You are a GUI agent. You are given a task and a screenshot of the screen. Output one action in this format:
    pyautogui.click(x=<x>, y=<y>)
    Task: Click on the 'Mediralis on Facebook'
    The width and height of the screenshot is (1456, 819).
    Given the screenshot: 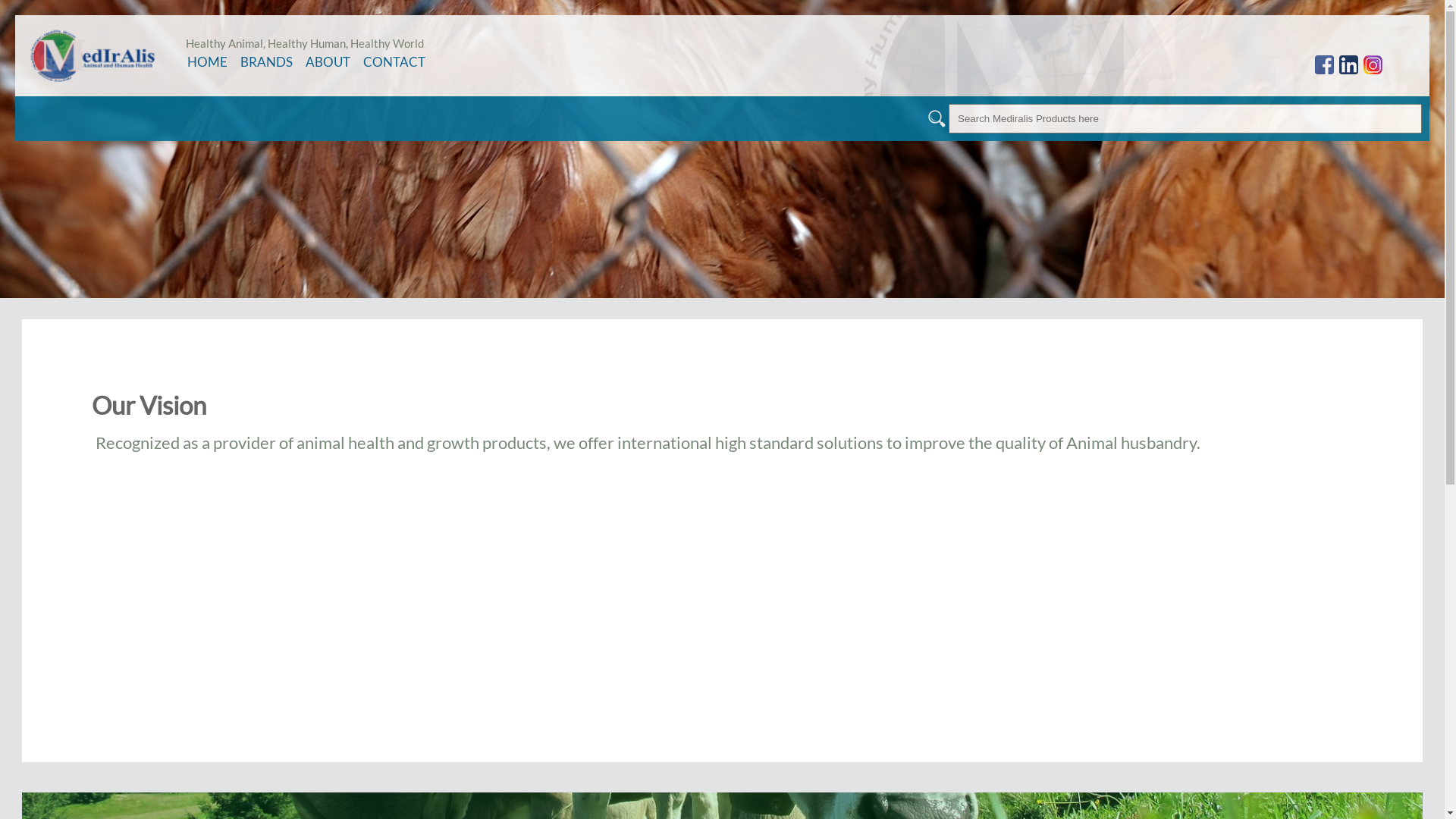 What is the action you would take?
    pyautogui.click(x=1313, y=64)
    